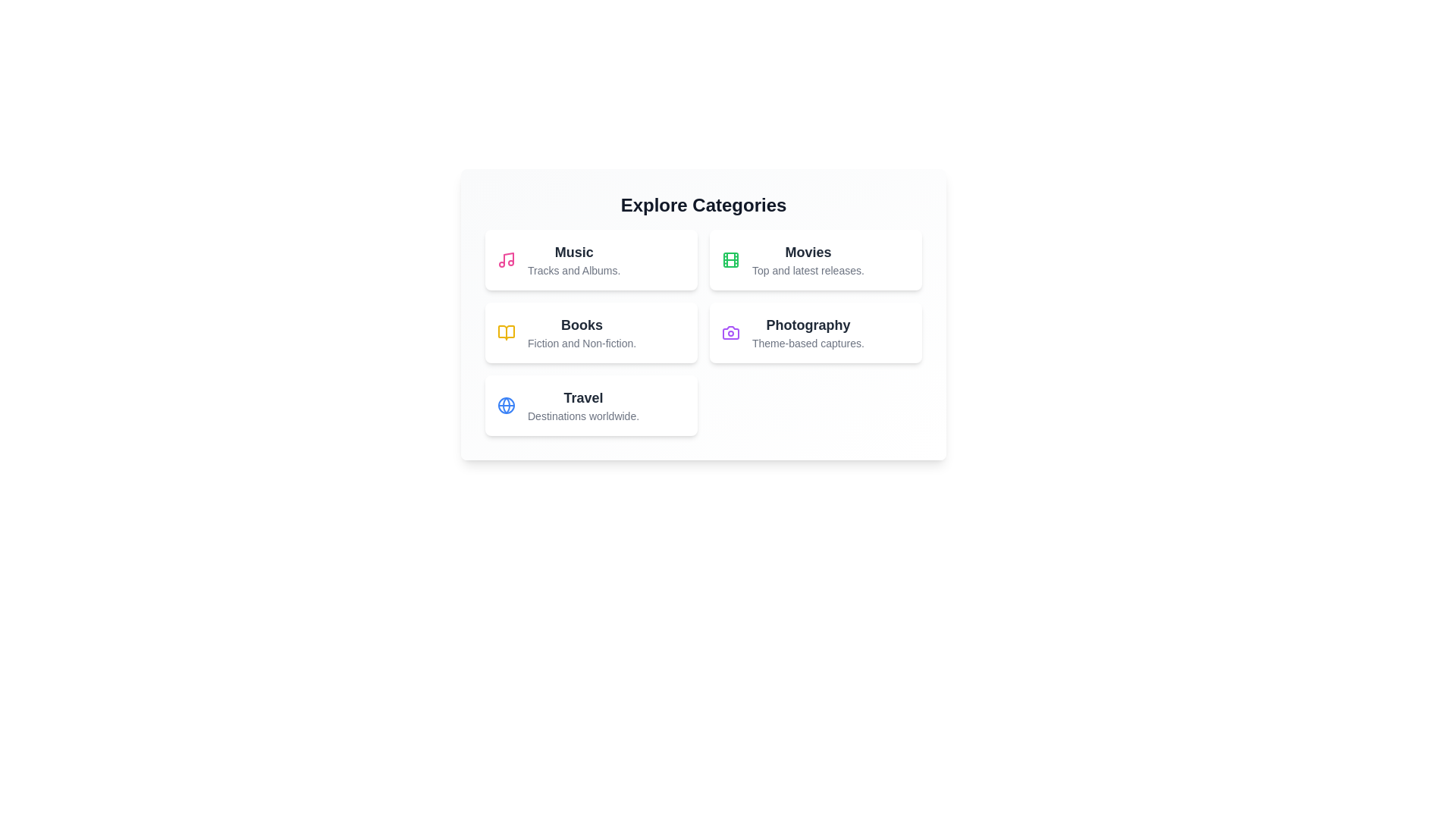 Image resolution: width=1456 pixels, height=819 pixels. I want to click on the category card corresponding to Movies, so click(814, 259).